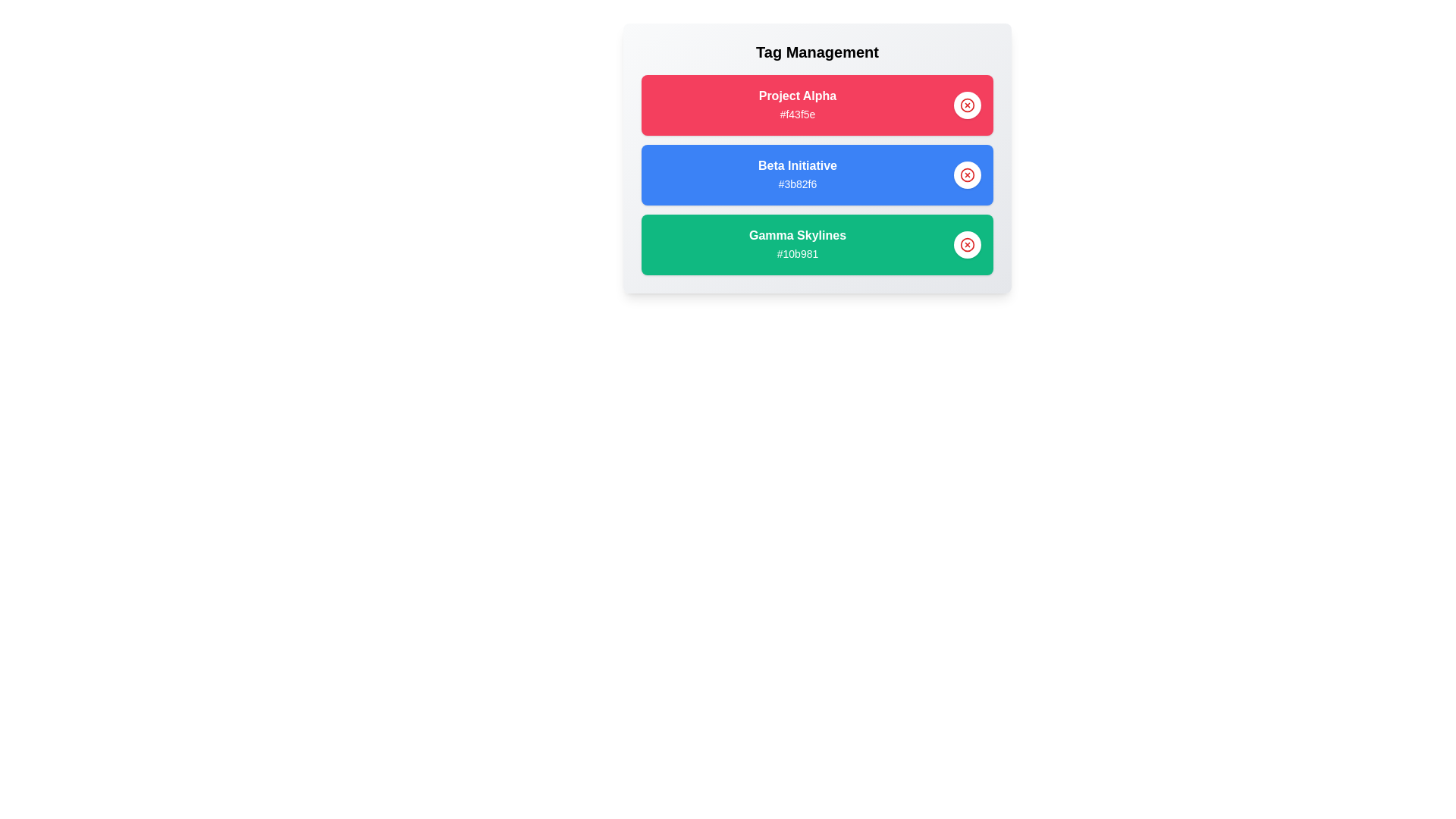  I want to click on delete button for the tag identified by Project Alpha, so click(967, 104).